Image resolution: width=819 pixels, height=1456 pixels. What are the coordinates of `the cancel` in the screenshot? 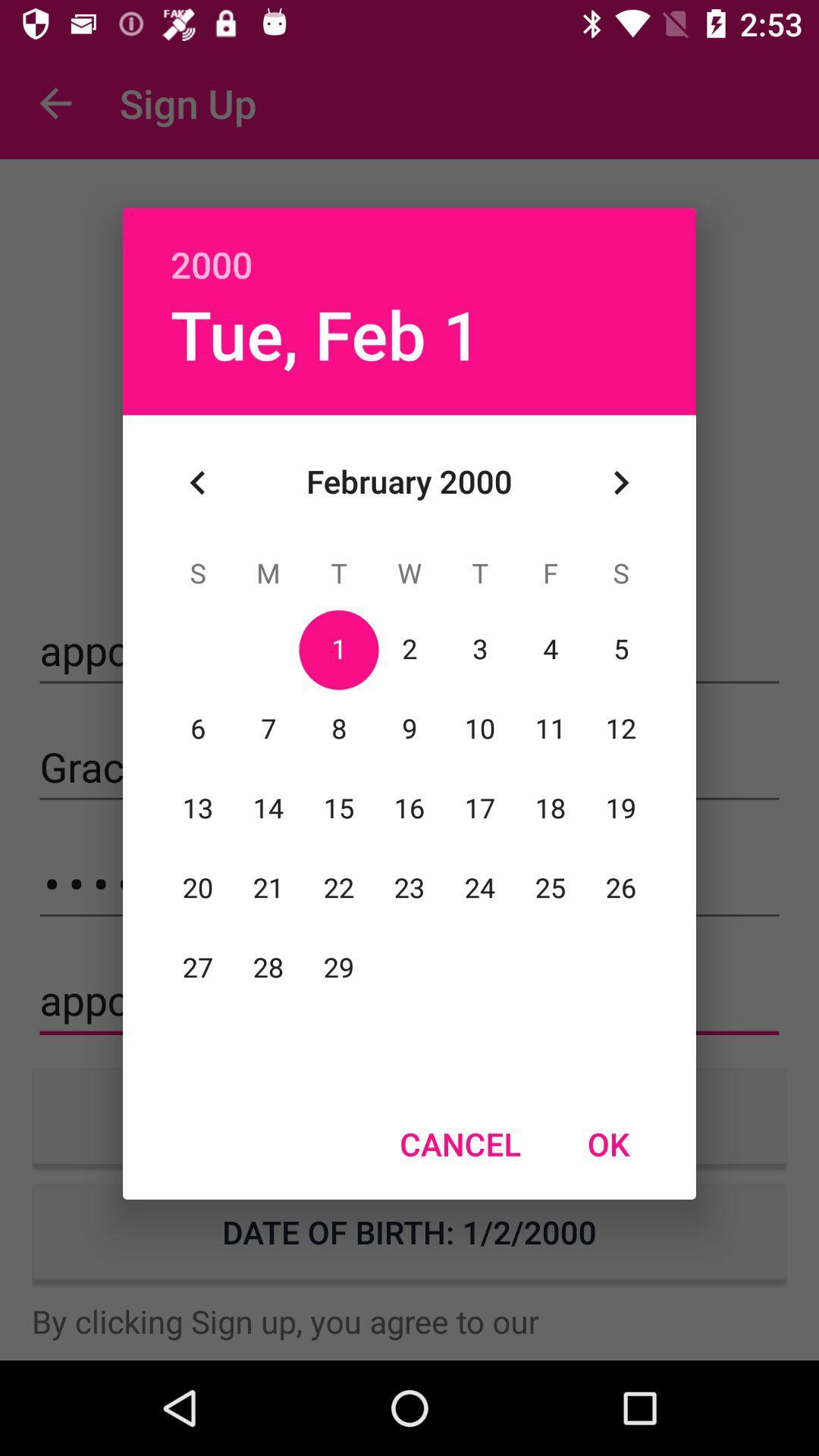 It's located at (460, 1144).